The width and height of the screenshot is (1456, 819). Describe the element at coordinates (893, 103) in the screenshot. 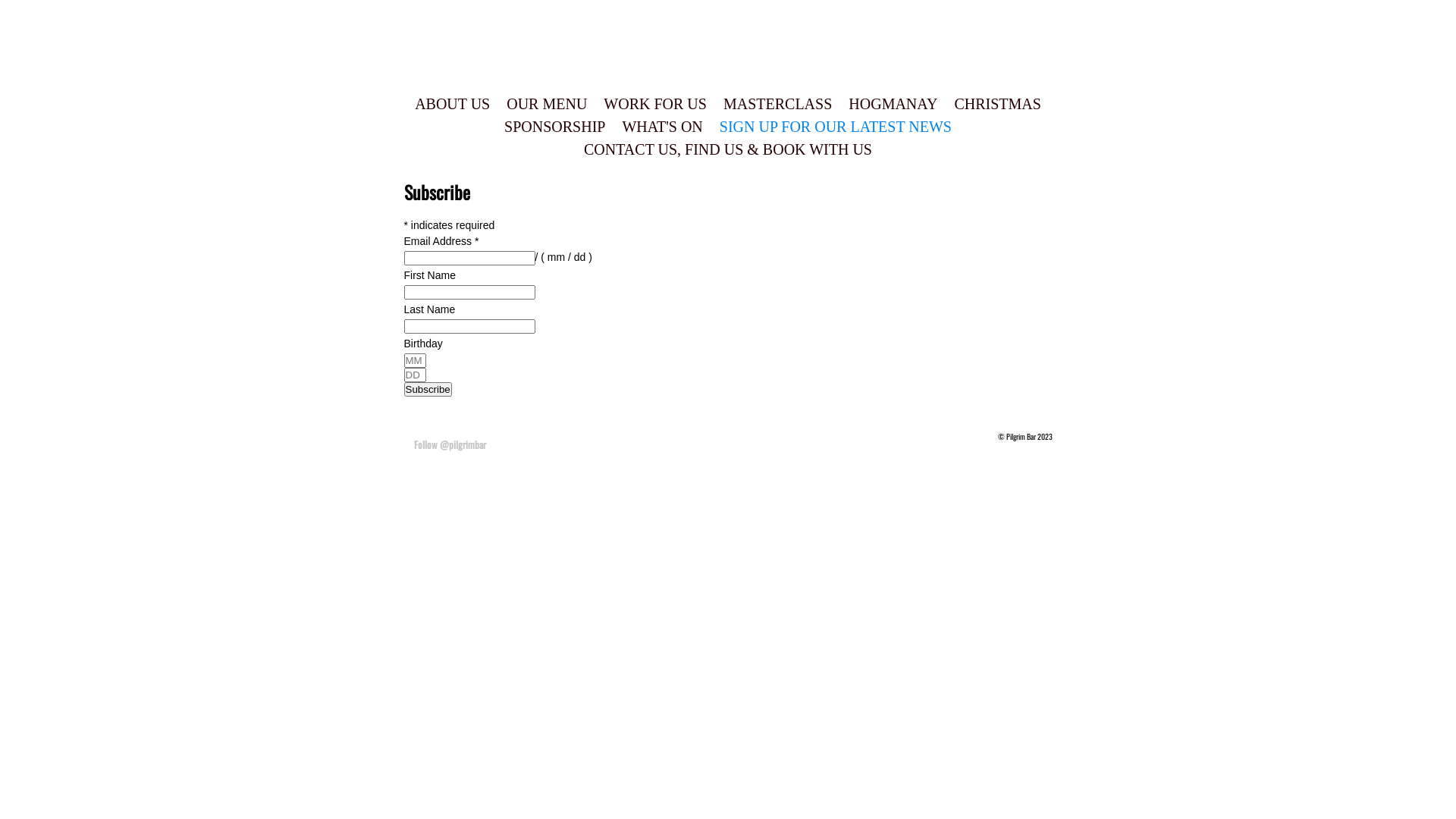

I see `'HOGMANAY'` at that location.